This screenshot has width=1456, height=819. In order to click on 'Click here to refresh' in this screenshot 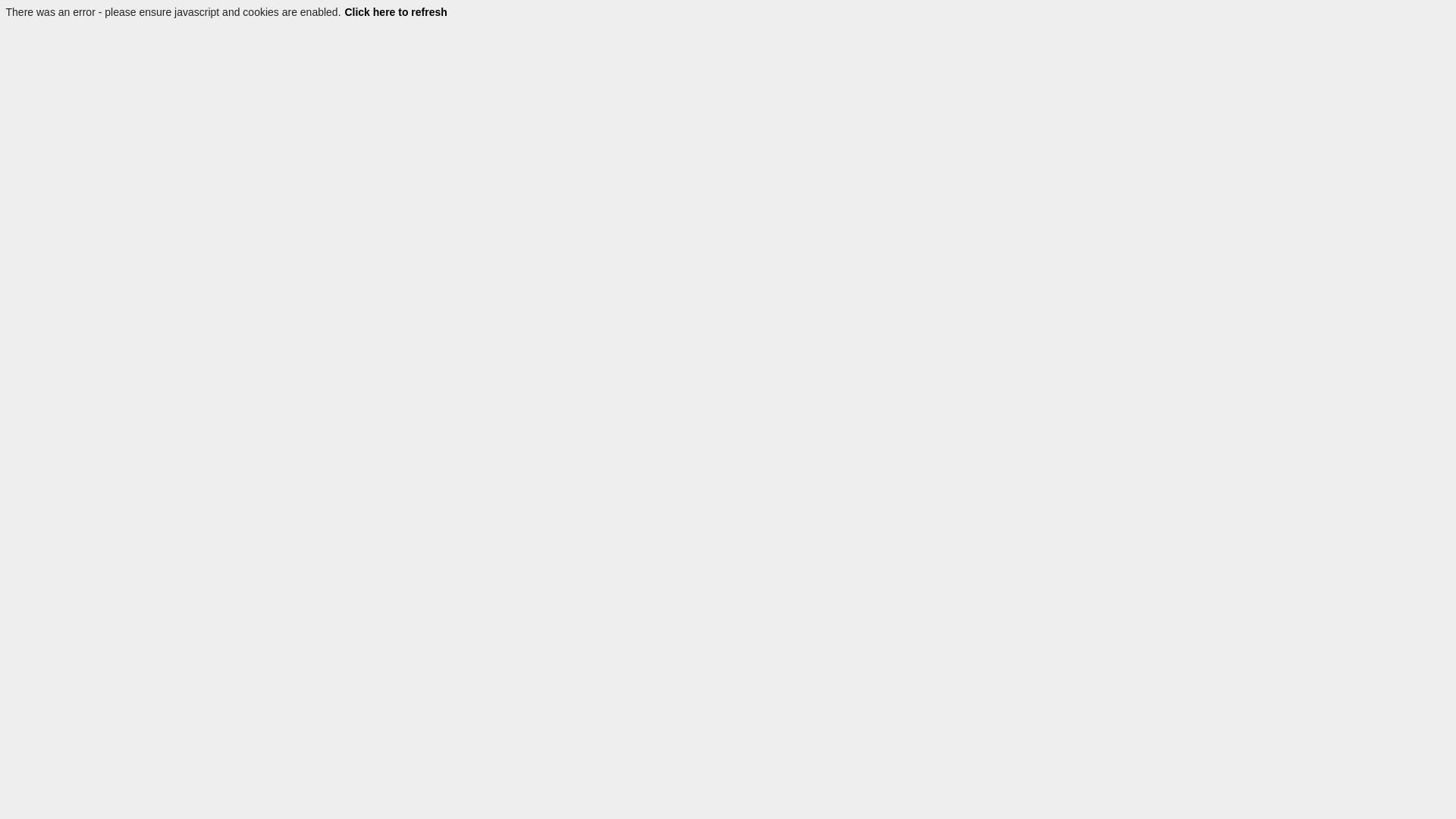, I will do `click(395, 11)`.